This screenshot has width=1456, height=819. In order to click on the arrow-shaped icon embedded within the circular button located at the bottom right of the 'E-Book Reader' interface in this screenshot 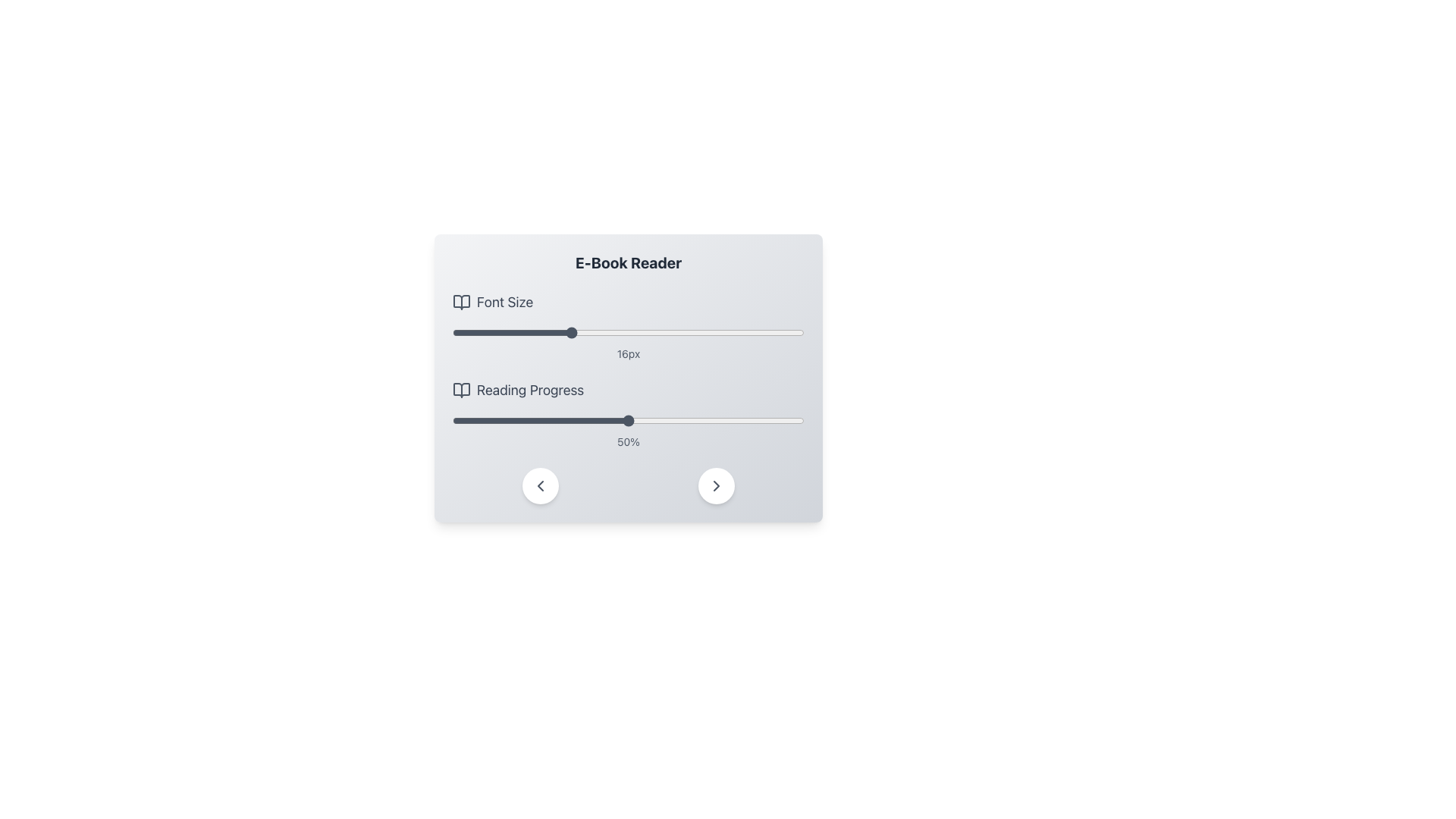, I will do `click(716, 485)`.